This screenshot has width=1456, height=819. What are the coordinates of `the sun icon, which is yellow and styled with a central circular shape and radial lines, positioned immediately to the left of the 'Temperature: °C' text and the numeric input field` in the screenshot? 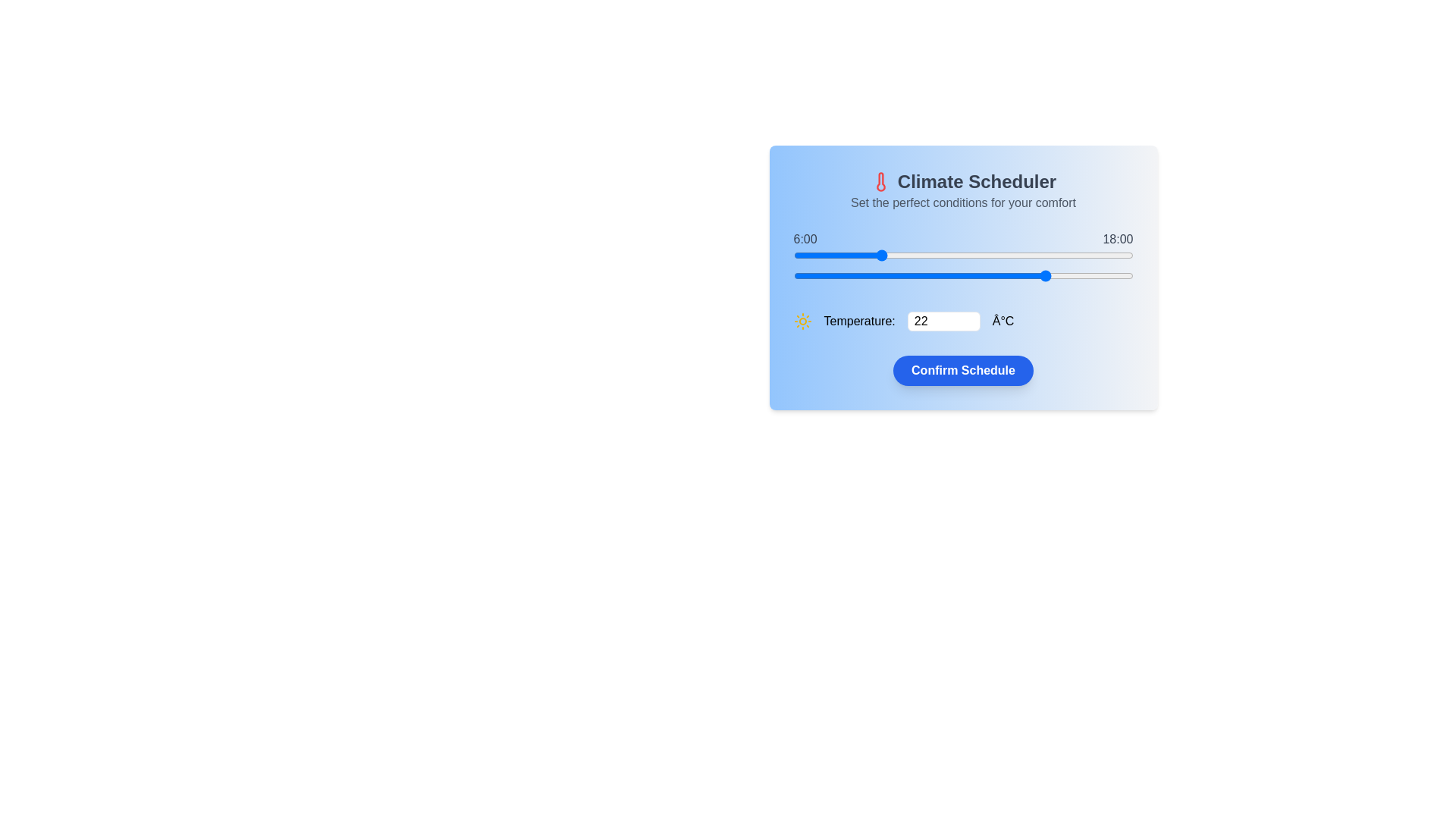 It's located at (802, 321).